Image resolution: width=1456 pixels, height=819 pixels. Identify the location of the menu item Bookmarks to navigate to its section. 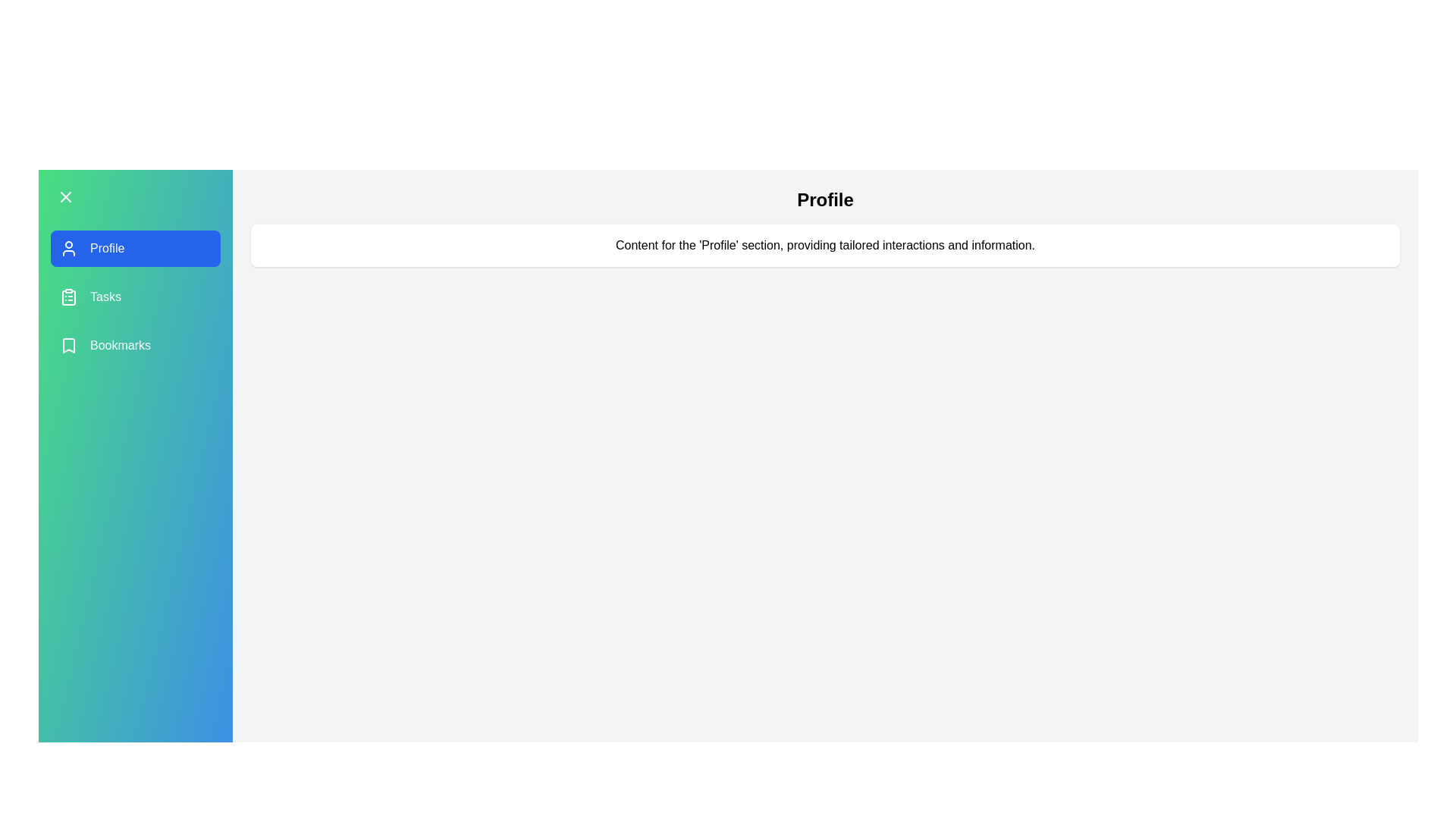
(135, 345).